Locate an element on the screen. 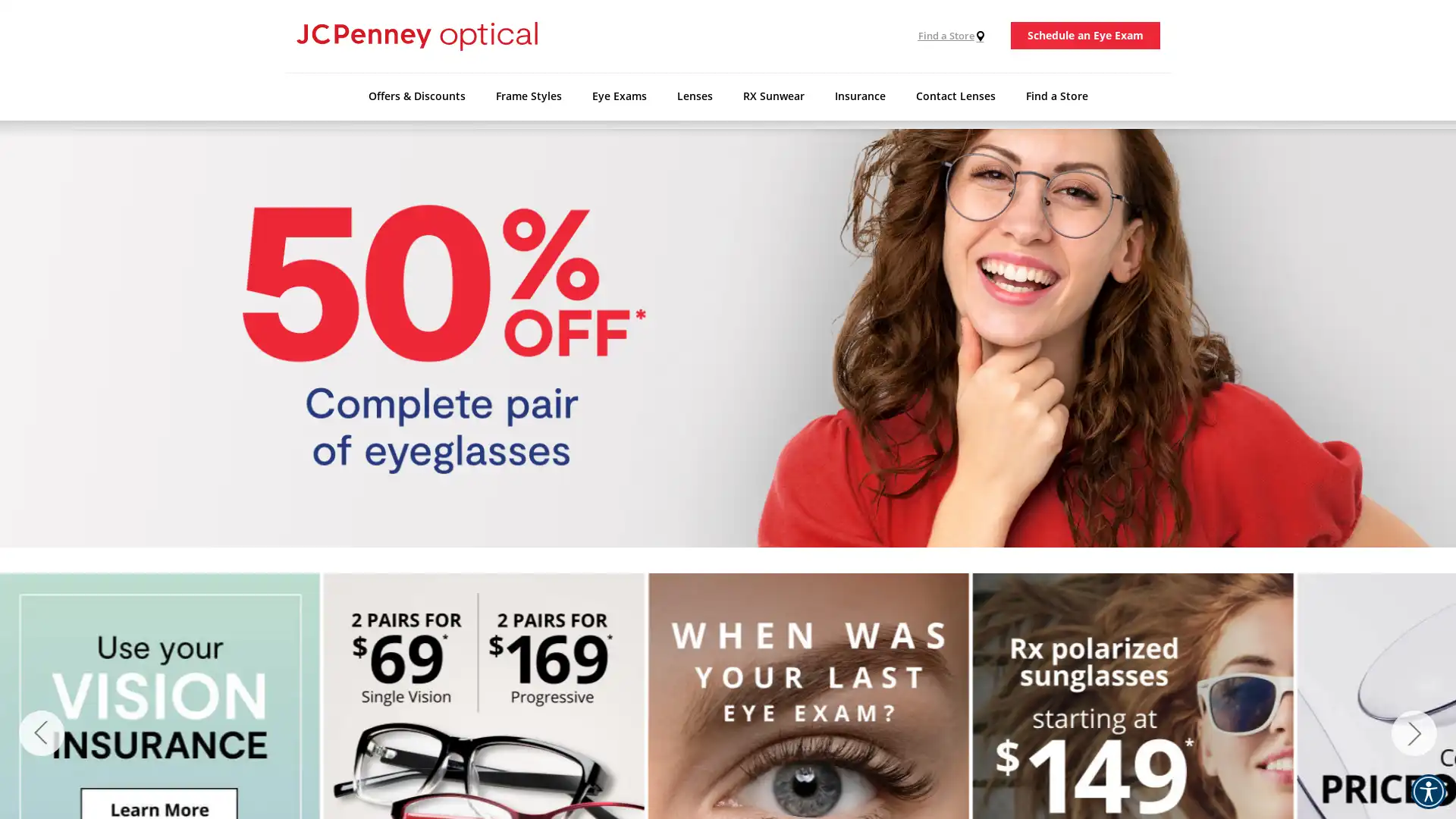 The image size is (1456, 819). Schedule an Eye Exam is located at coordinates (1084, 35).